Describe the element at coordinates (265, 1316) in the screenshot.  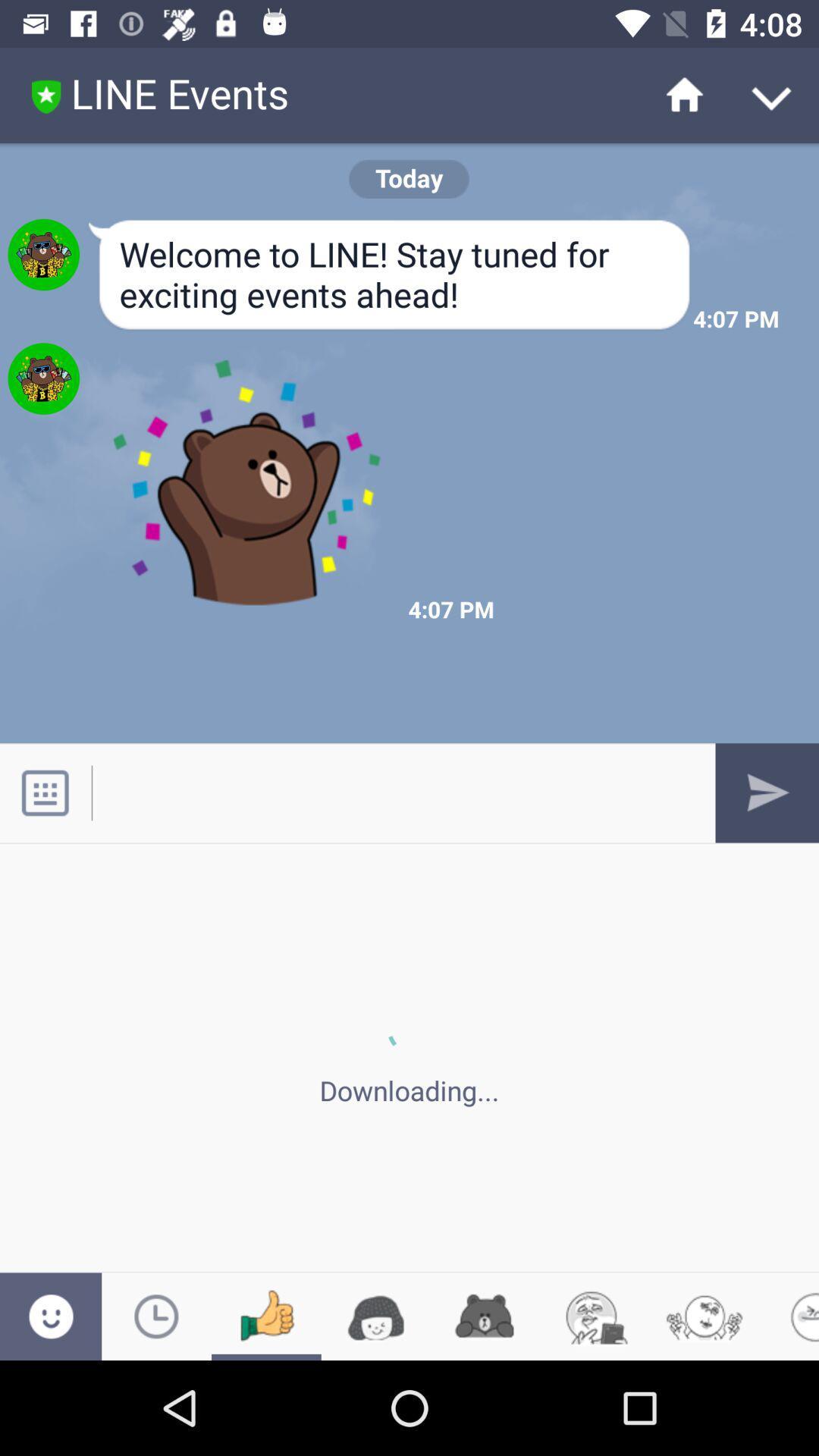
I see `the thumbs_up icon` at that location.